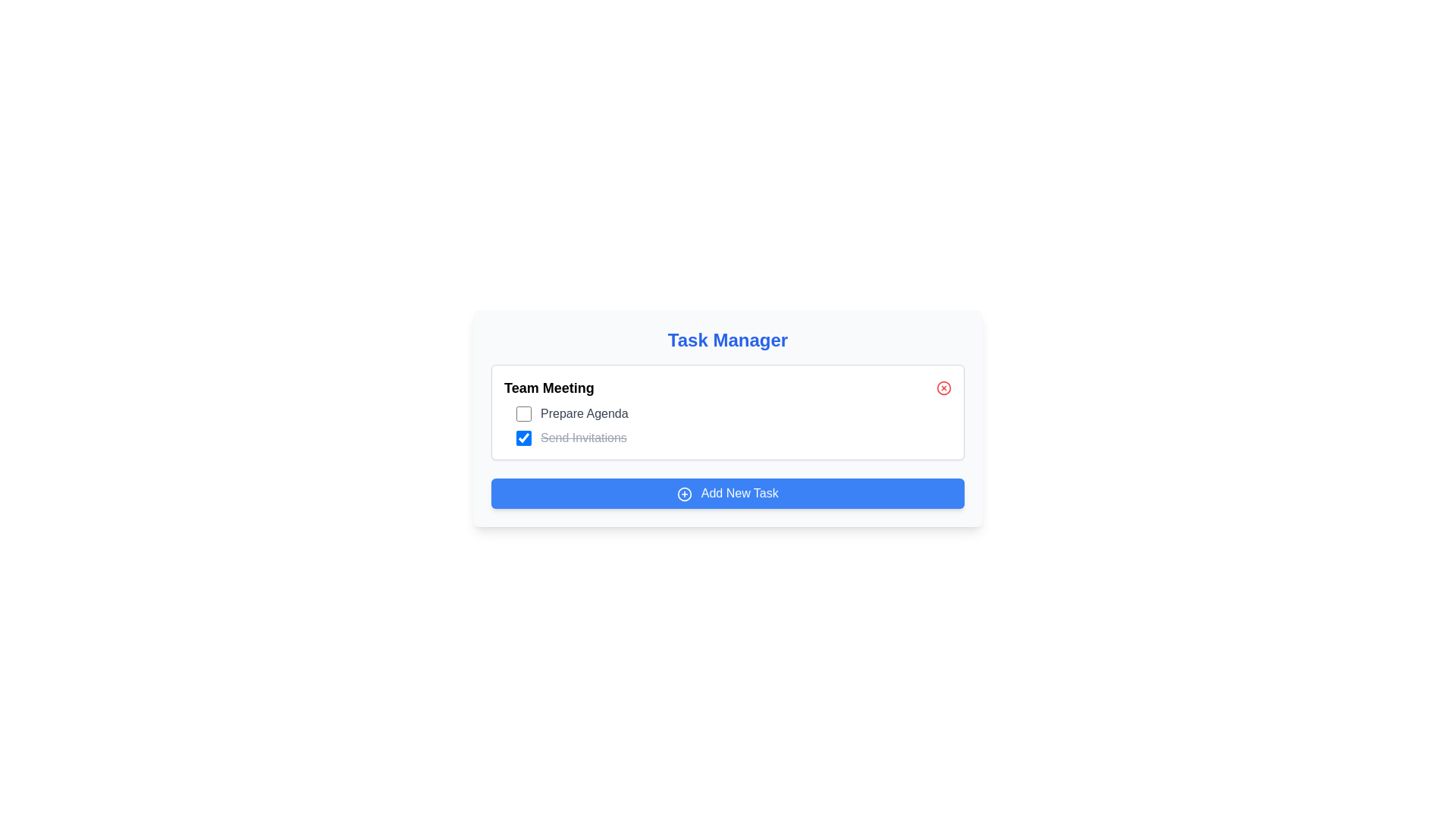 Image resolution: width=1456 pixels, height=819 pixels. Describe the element at coordinates (734, 438) in the screenshot. I see `the task list item labeled 'Send Invitations'` at that location.